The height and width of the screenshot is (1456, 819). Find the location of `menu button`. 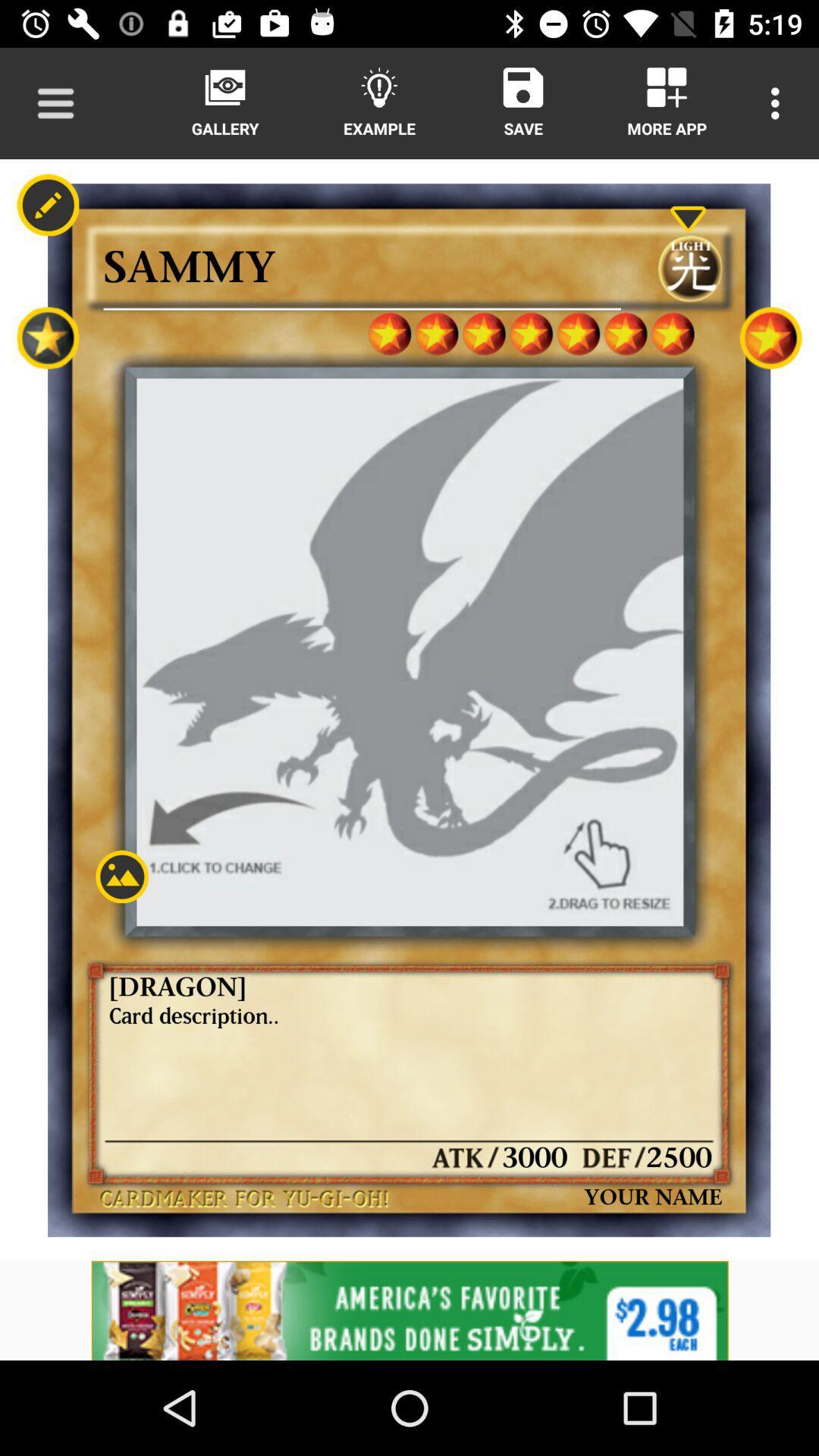

menu button is located at coordinates (55, 102).